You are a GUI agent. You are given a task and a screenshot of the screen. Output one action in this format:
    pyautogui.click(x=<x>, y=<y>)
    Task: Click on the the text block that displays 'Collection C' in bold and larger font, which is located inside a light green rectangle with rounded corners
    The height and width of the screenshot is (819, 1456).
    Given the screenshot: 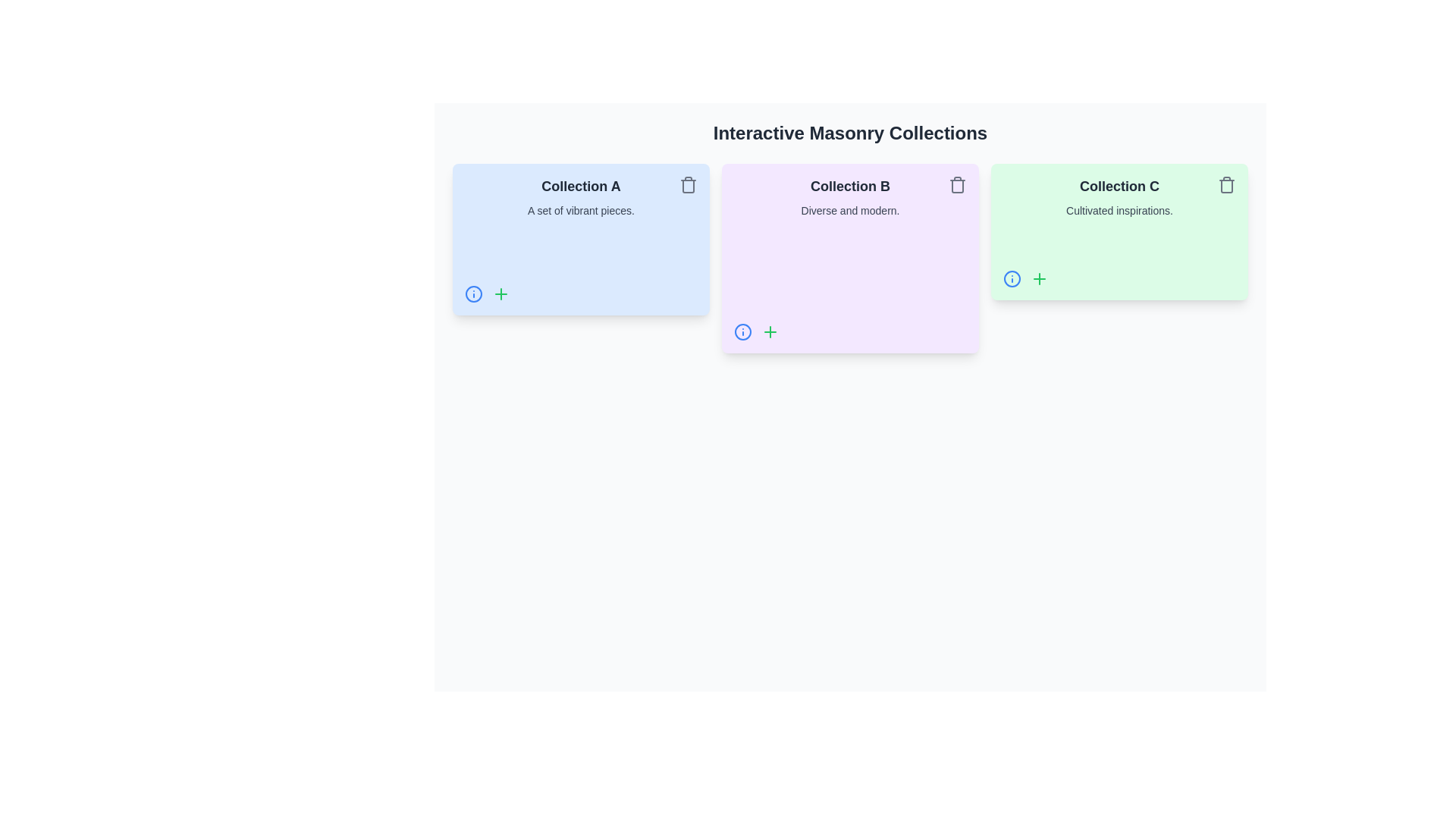 What is the action you would take?
    pyautogui.click(x=1119, y=196)
    